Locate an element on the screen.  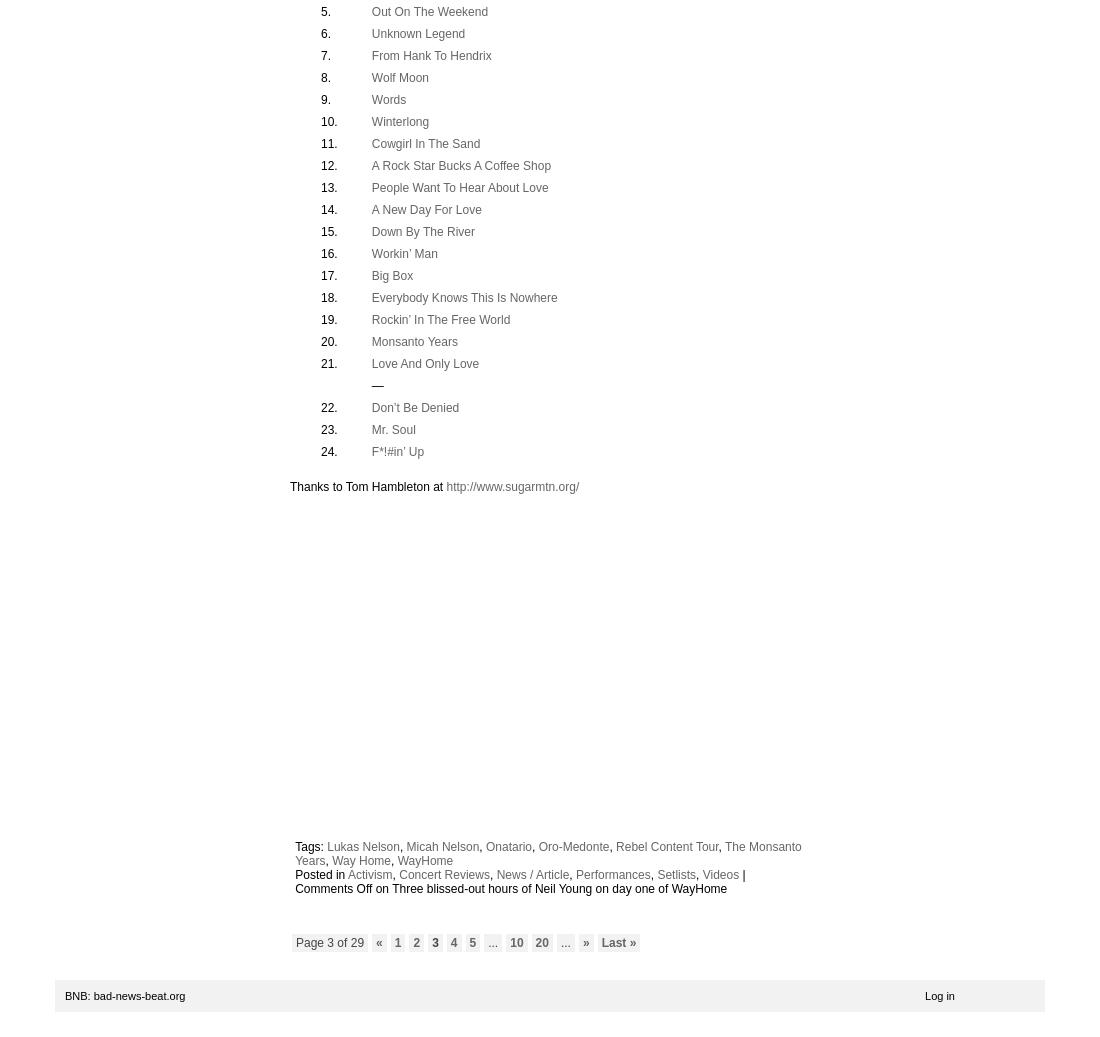
'Lukas Nelson' is located at coordinates (363, 847).